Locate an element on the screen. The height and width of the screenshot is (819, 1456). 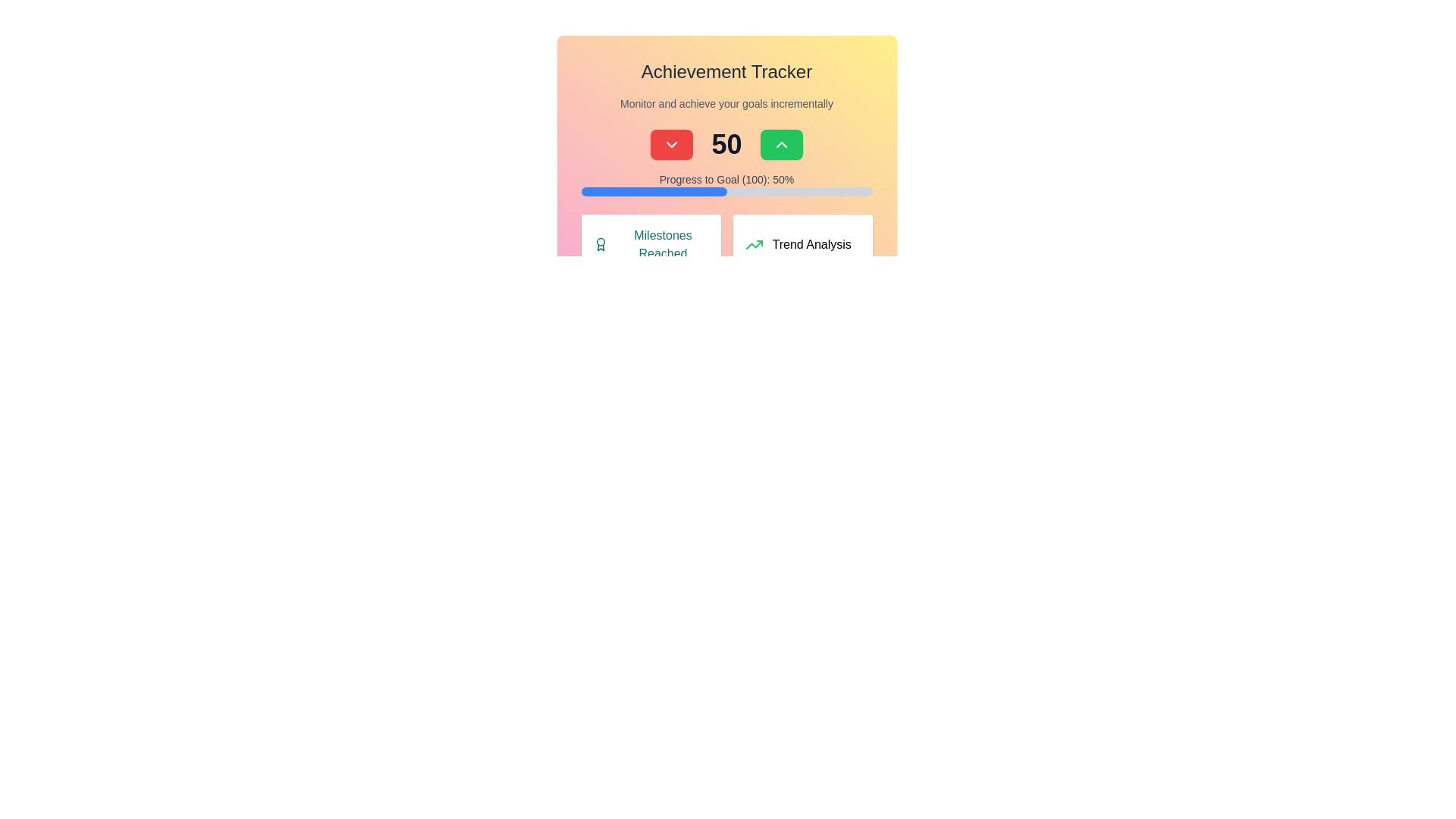
teal medal icon located to the left of the 'Milestones Reached' text in the section with a white background is located at coordinates (600, 244).